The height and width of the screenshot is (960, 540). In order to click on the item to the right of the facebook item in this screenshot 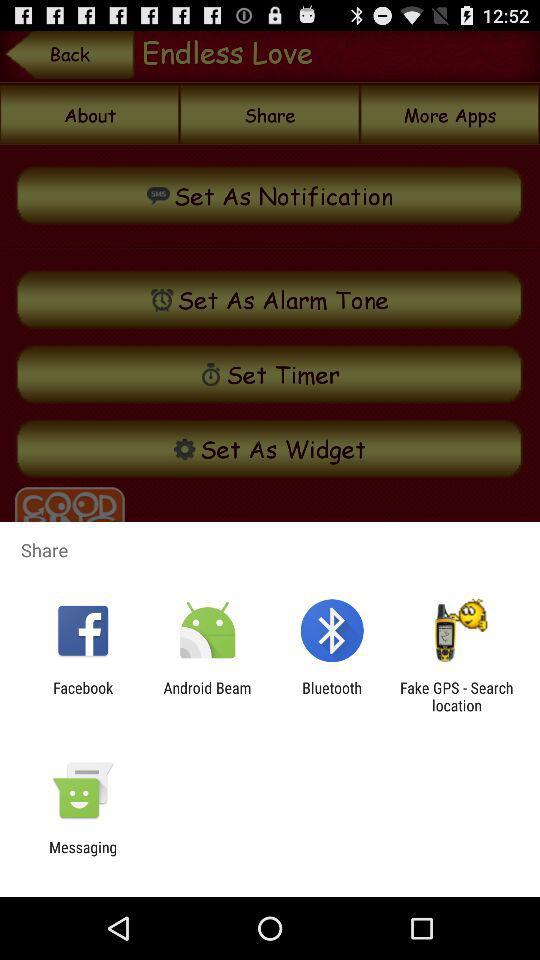, I will do `click(206, 696)`.